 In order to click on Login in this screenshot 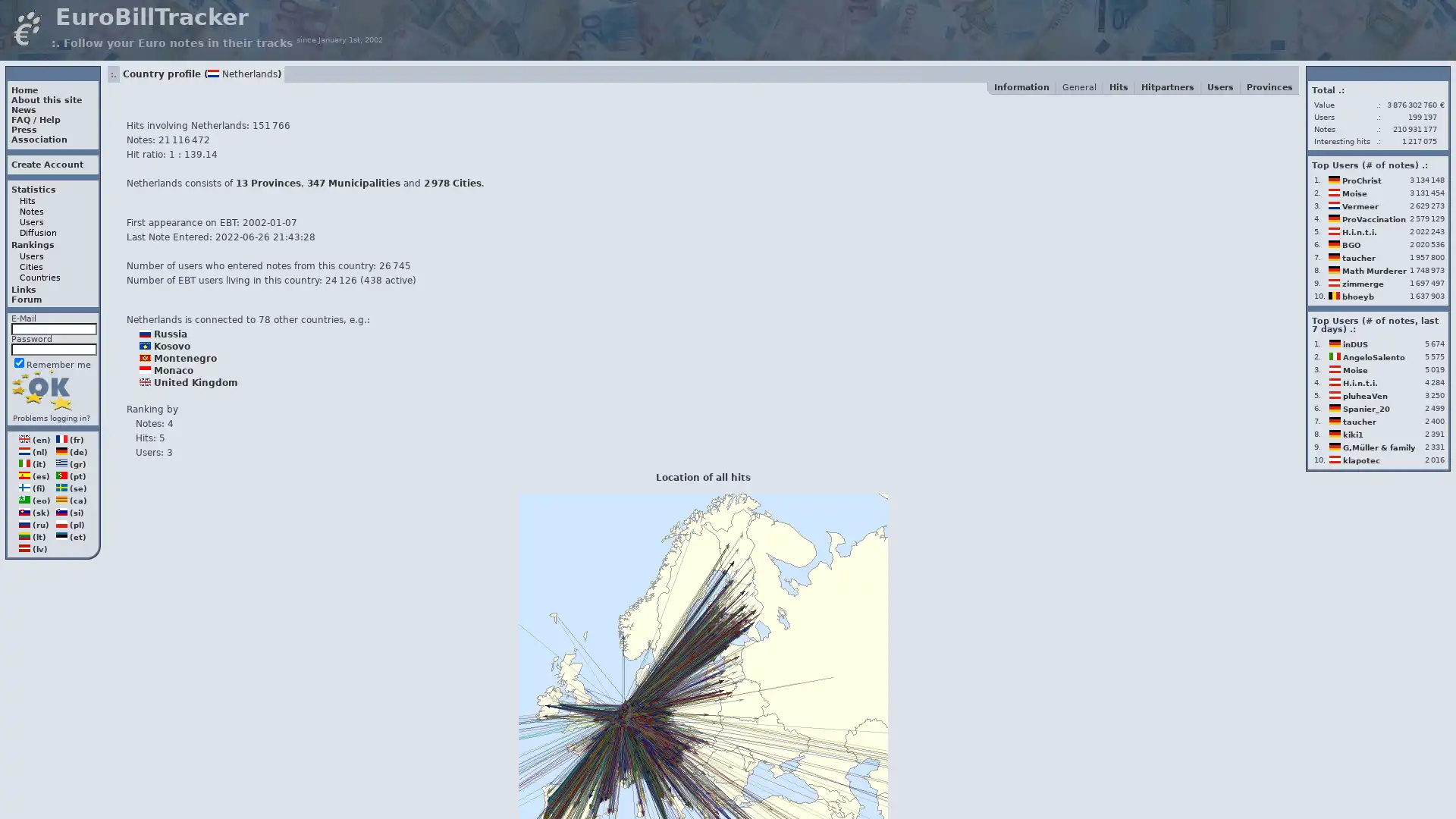, I will do `click(41, 390)`.